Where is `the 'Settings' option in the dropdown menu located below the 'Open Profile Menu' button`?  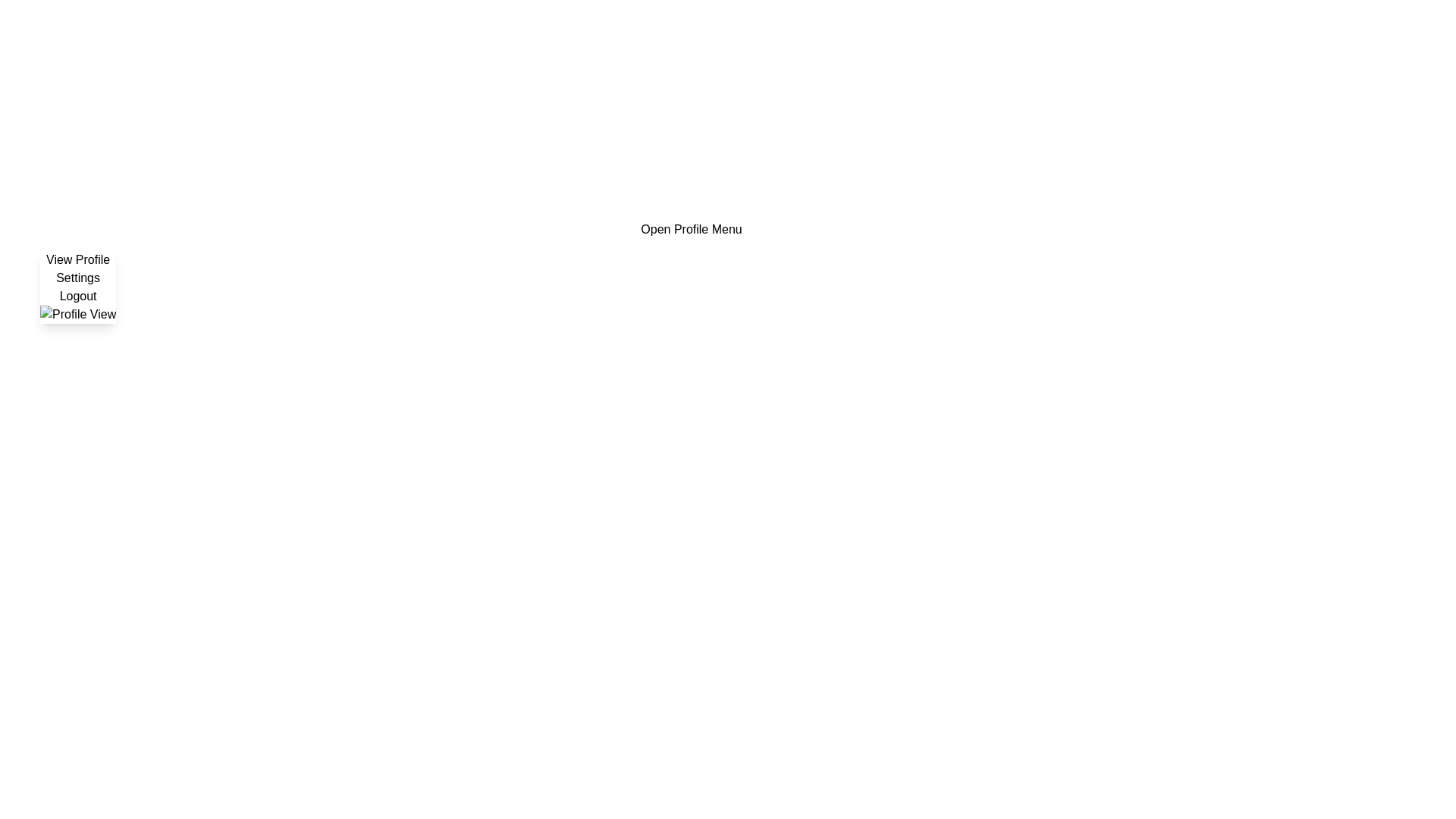
the 'Settings' option in the dropdown menu located below the 'Open Profile Menu' button is located at coordinates (77, 287).